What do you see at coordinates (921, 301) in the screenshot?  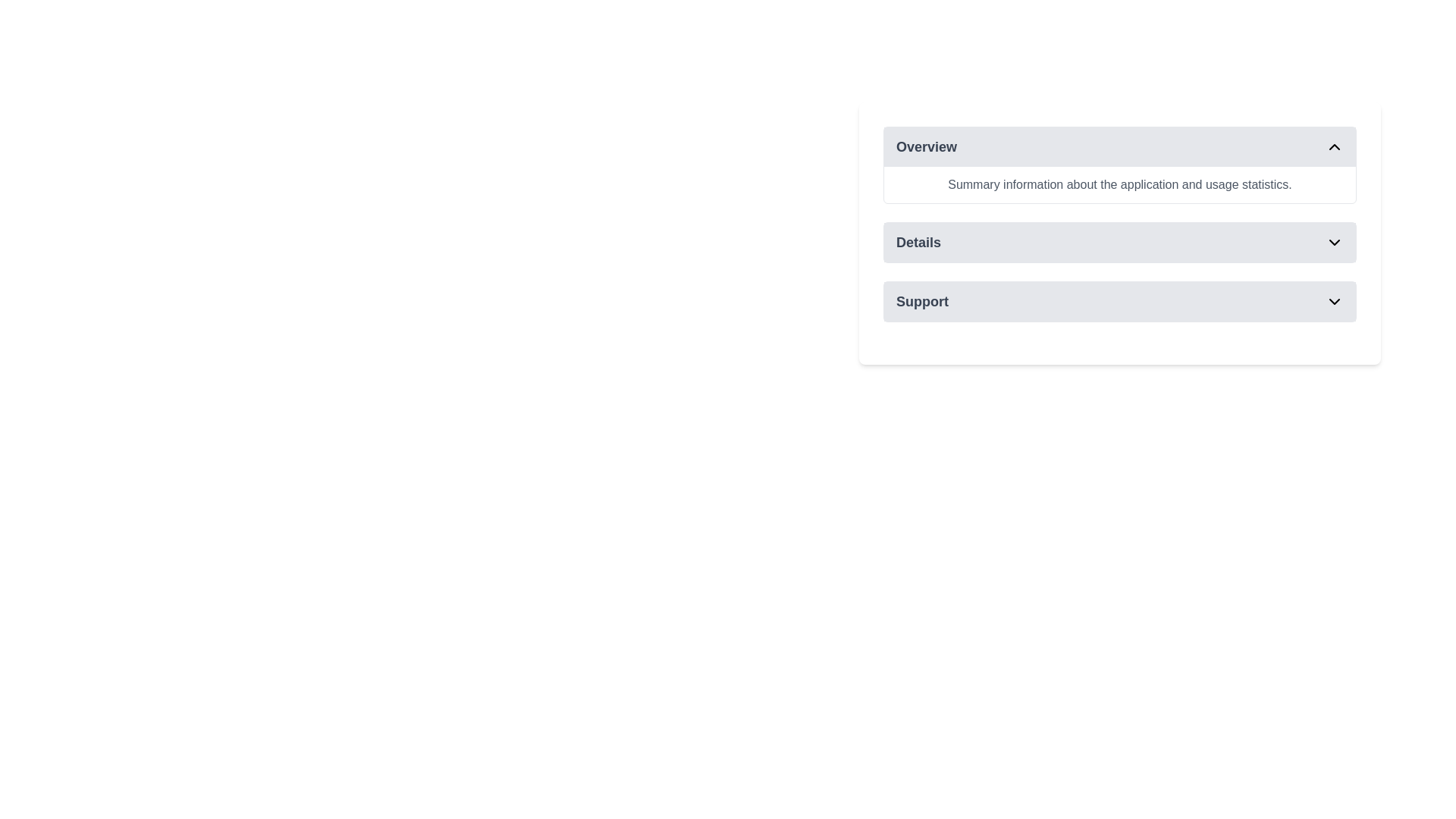 I see `the 'Support' text label, which is bold and grayish, located in the left section of the collapsible sections in the middle-right of the interface` at bounding box center [921, 301].